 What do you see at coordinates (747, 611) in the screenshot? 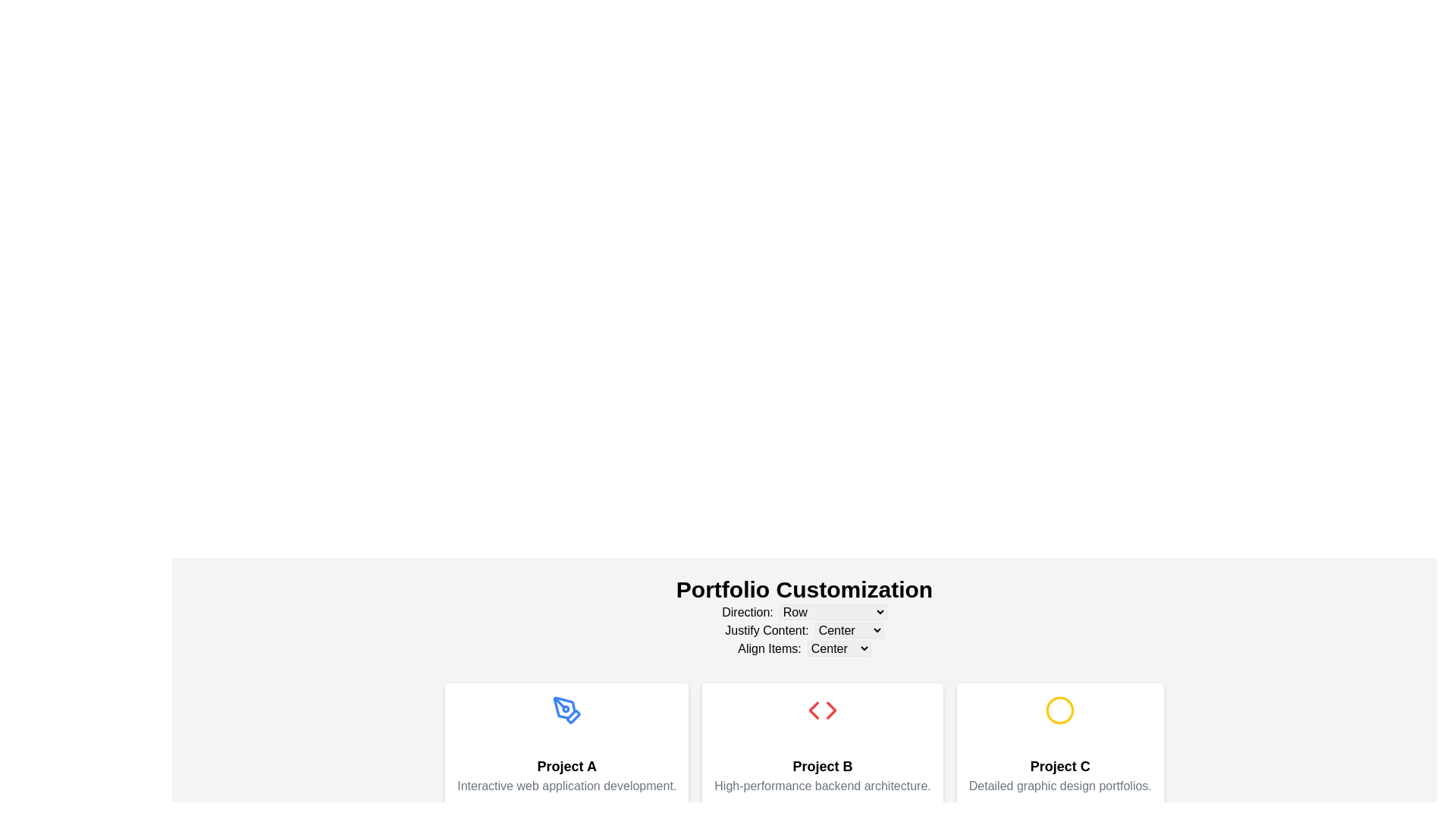
I see `the label that describes the dropdown menu for selecting layout direction, located to the left of the dropdown displaying 'Row', to associate it with its control` at bounding box center [747, 611].